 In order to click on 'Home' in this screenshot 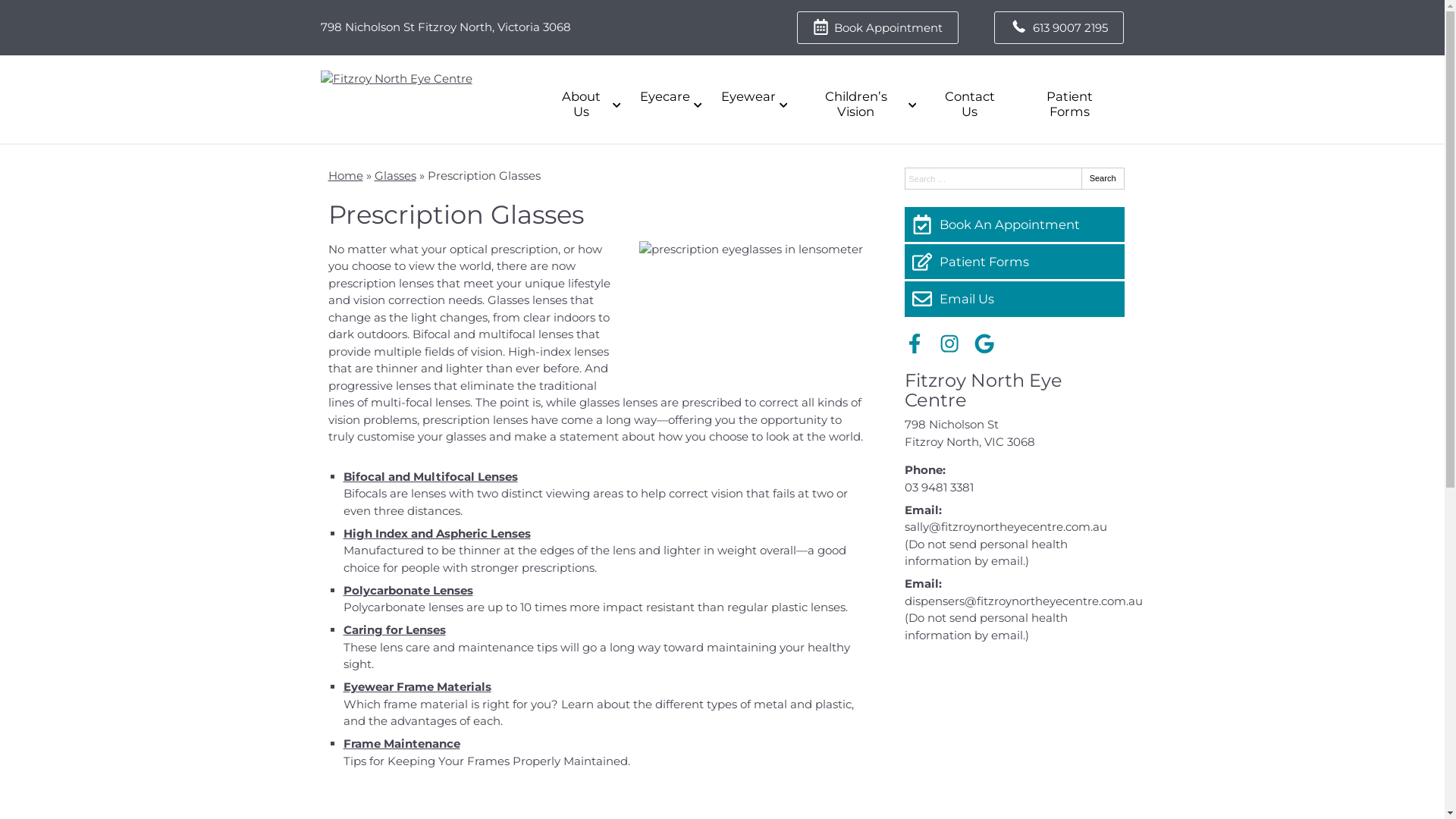, I will do `click(344, 174)`.